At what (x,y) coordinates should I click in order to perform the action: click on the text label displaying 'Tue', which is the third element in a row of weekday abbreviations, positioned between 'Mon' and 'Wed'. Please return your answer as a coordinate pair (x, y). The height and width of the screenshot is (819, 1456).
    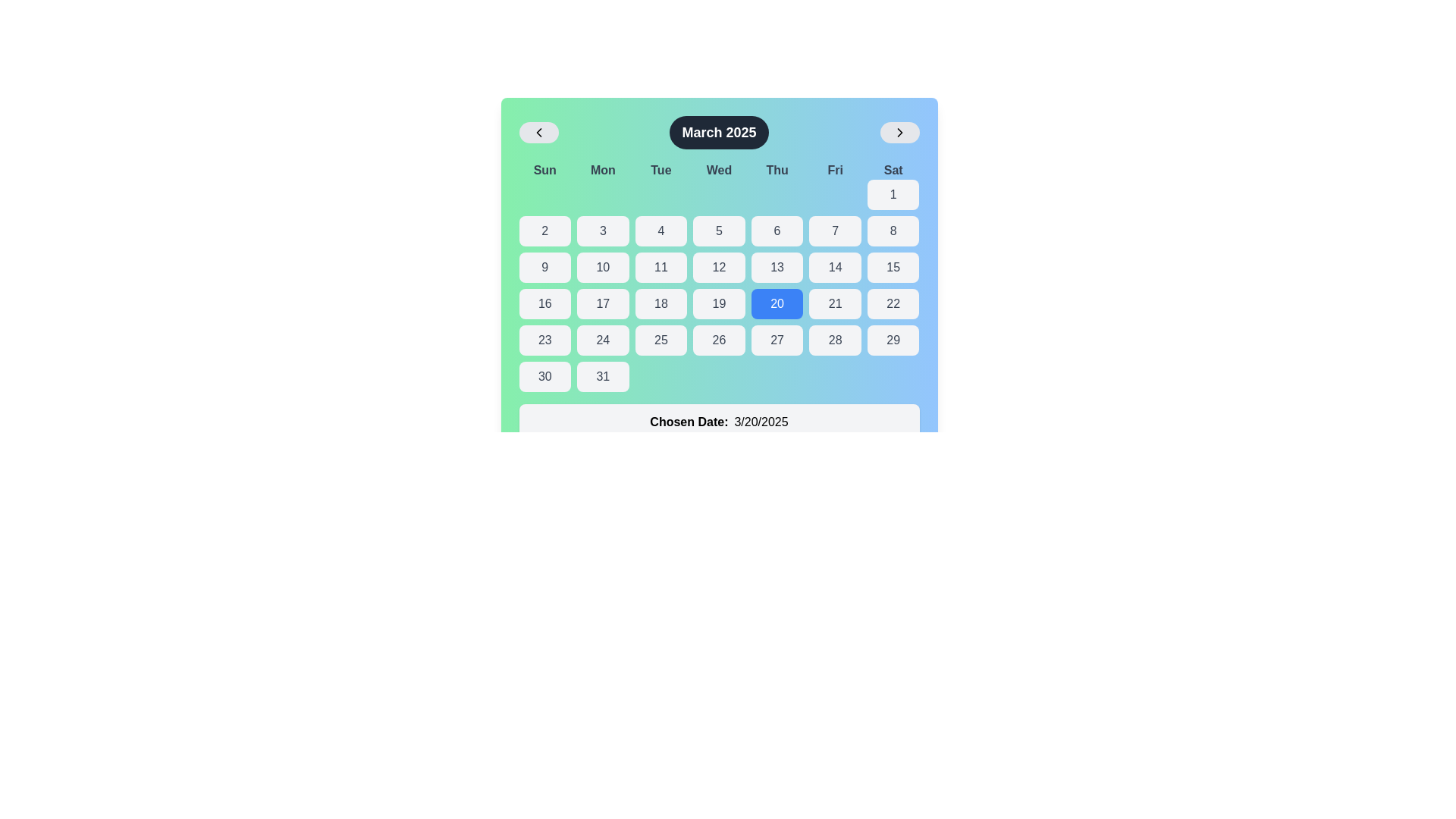
    Looking at the image, I should click on (661, 170).